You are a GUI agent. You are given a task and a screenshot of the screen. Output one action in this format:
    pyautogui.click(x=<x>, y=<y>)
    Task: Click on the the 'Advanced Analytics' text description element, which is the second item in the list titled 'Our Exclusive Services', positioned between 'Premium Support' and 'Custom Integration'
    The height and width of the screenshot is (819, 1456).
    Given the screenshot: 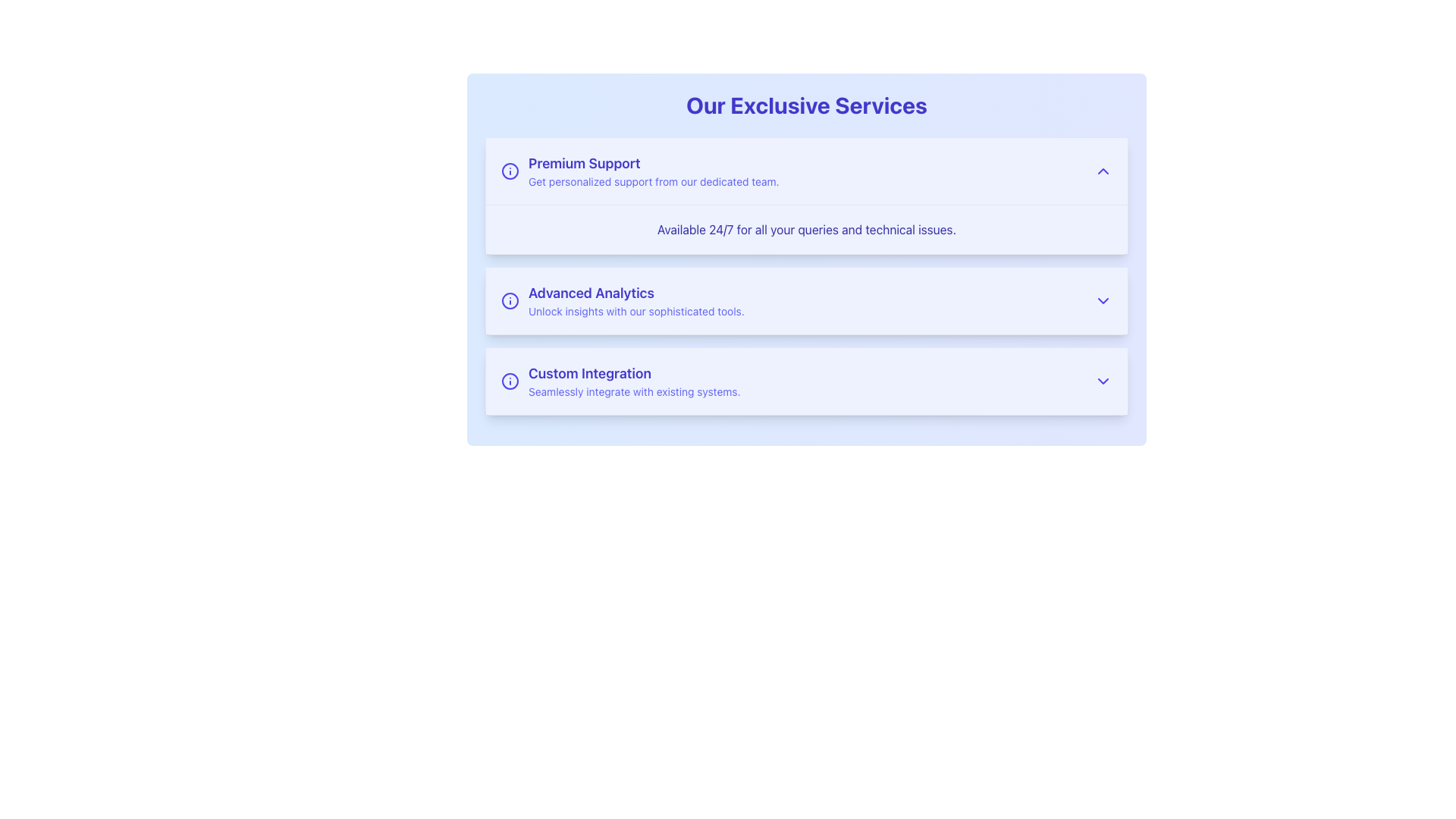 What is the action you would take?
    pyautogui.click(x=636, y=301)
    